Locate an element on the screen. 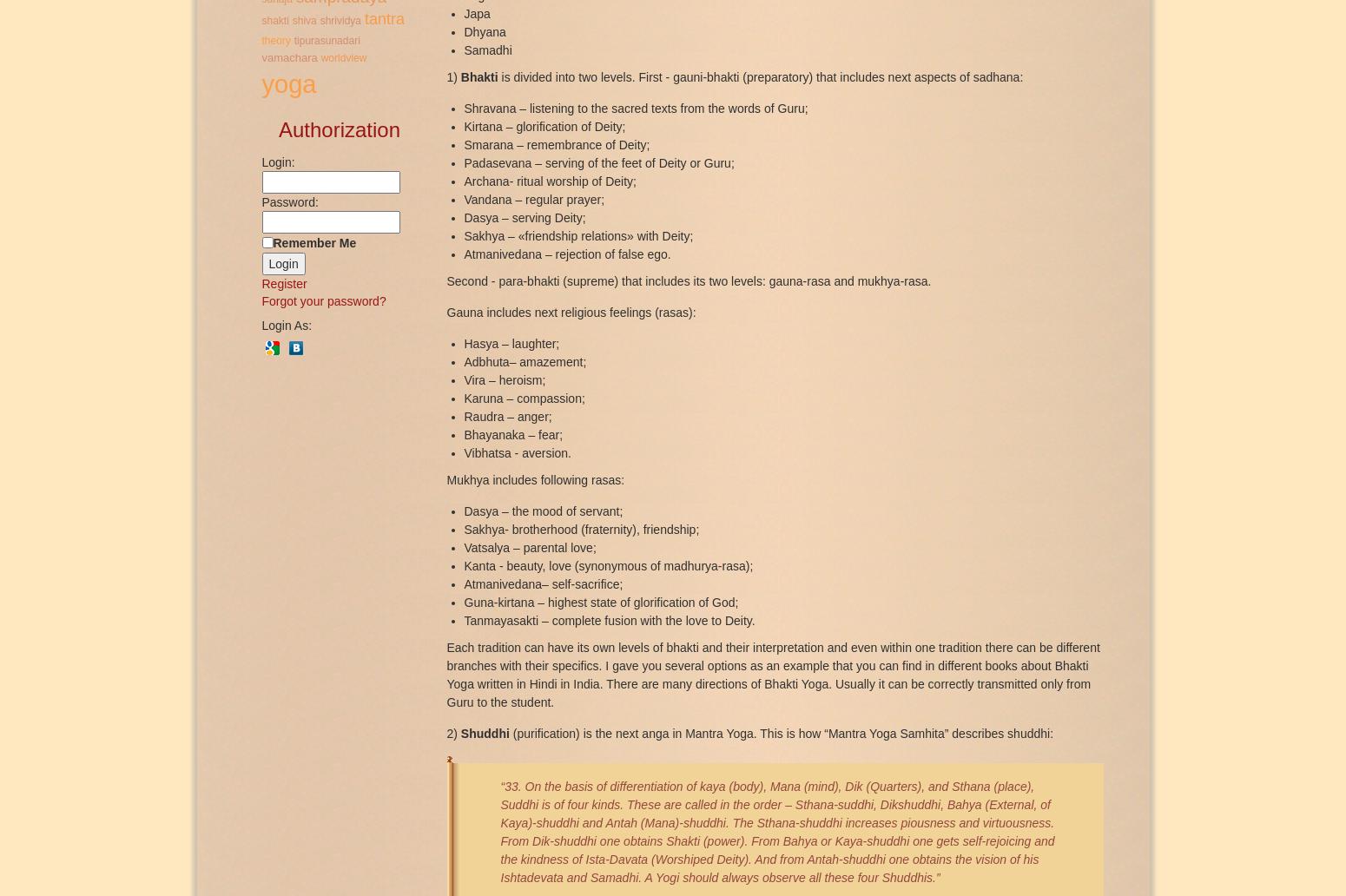 This screenshot has height=896, width=1346. 'Archana- ritual worship of Deity;' is located at coordinates (549, 180).